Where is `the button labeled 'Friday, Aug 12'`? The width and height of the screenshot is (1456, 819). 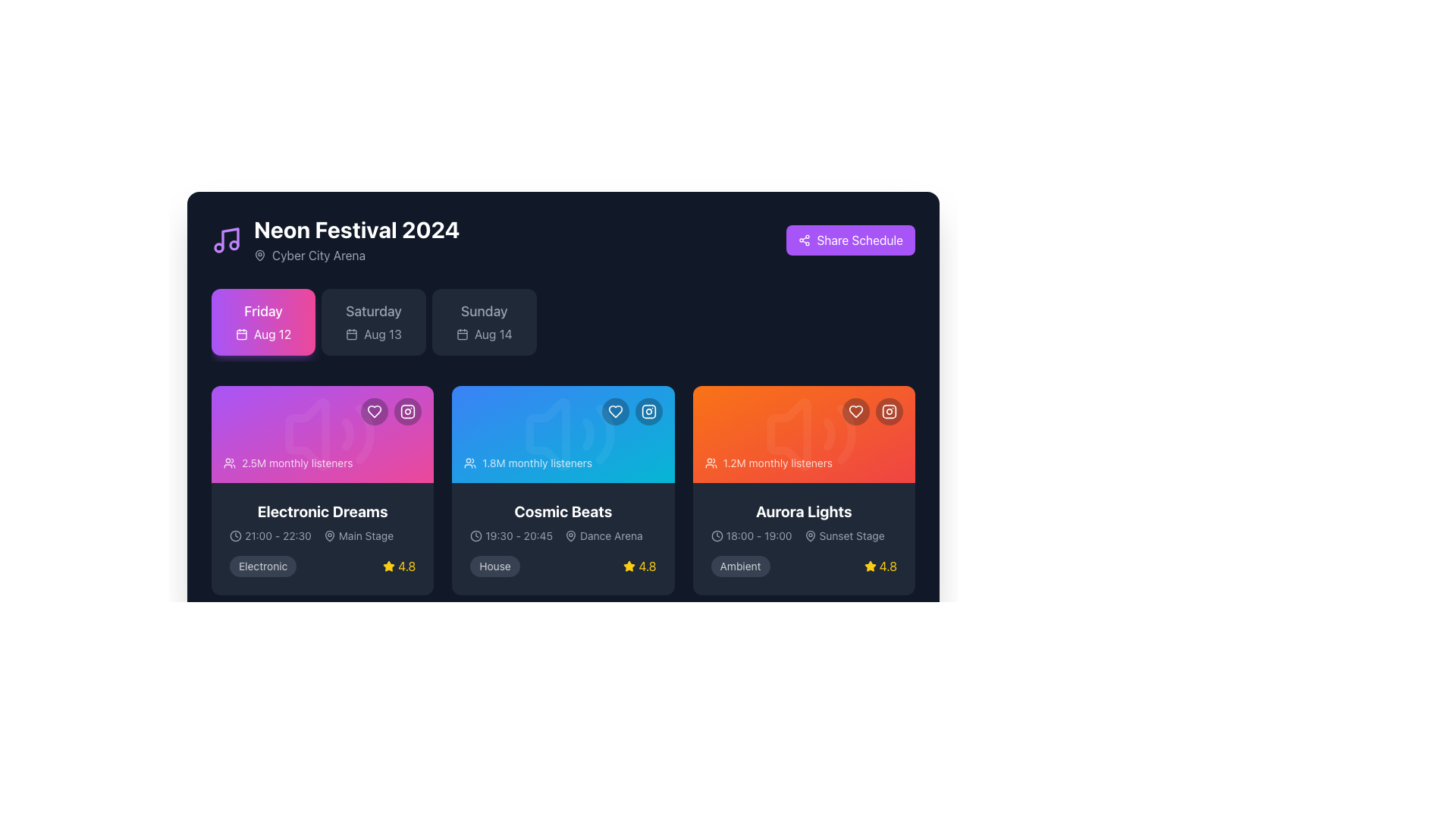 the button labeled 'Friday, Aug 12' is located at coordinates (263, 321).